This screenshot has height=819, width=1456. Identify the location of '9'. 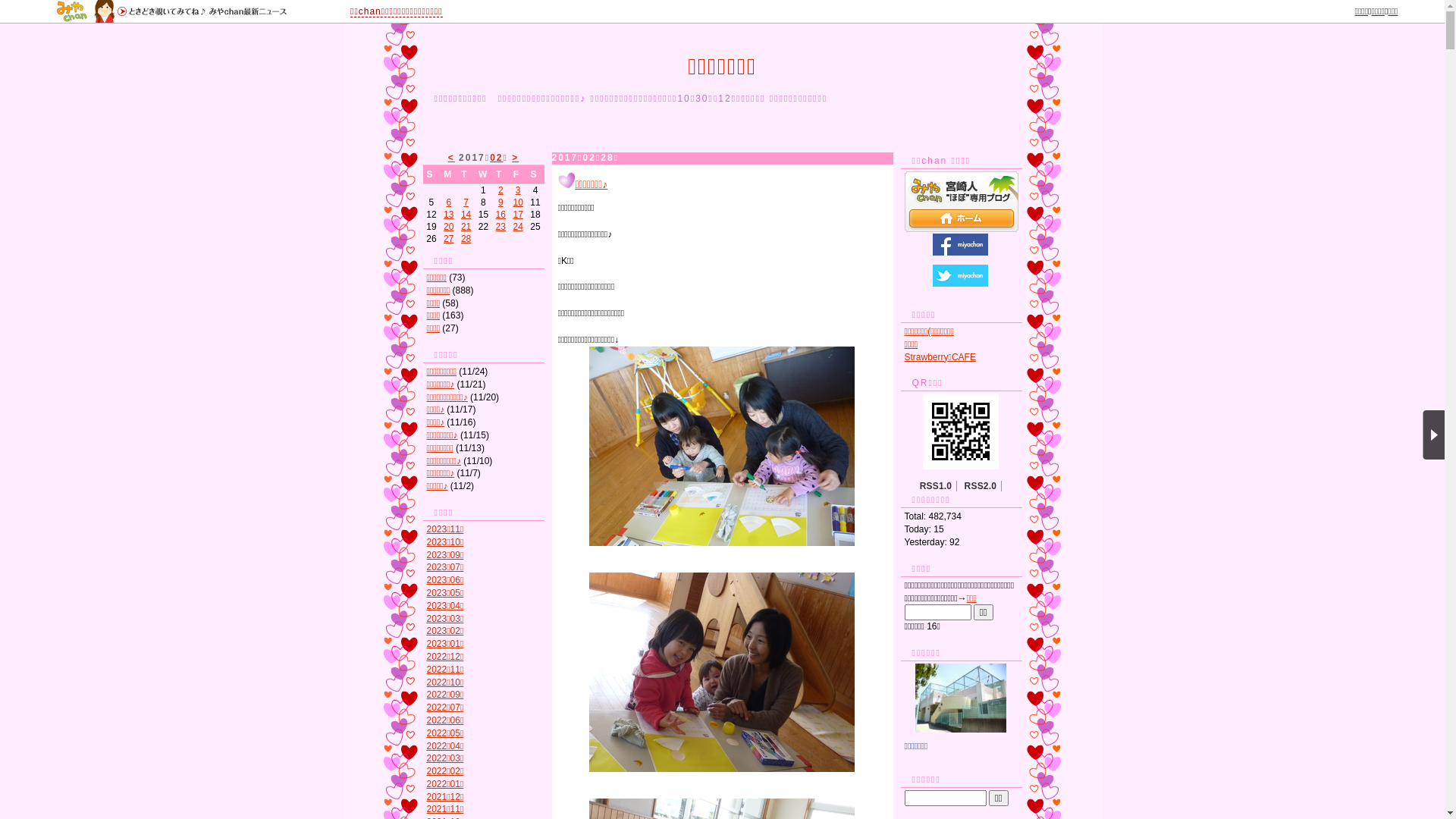
(500, 201).